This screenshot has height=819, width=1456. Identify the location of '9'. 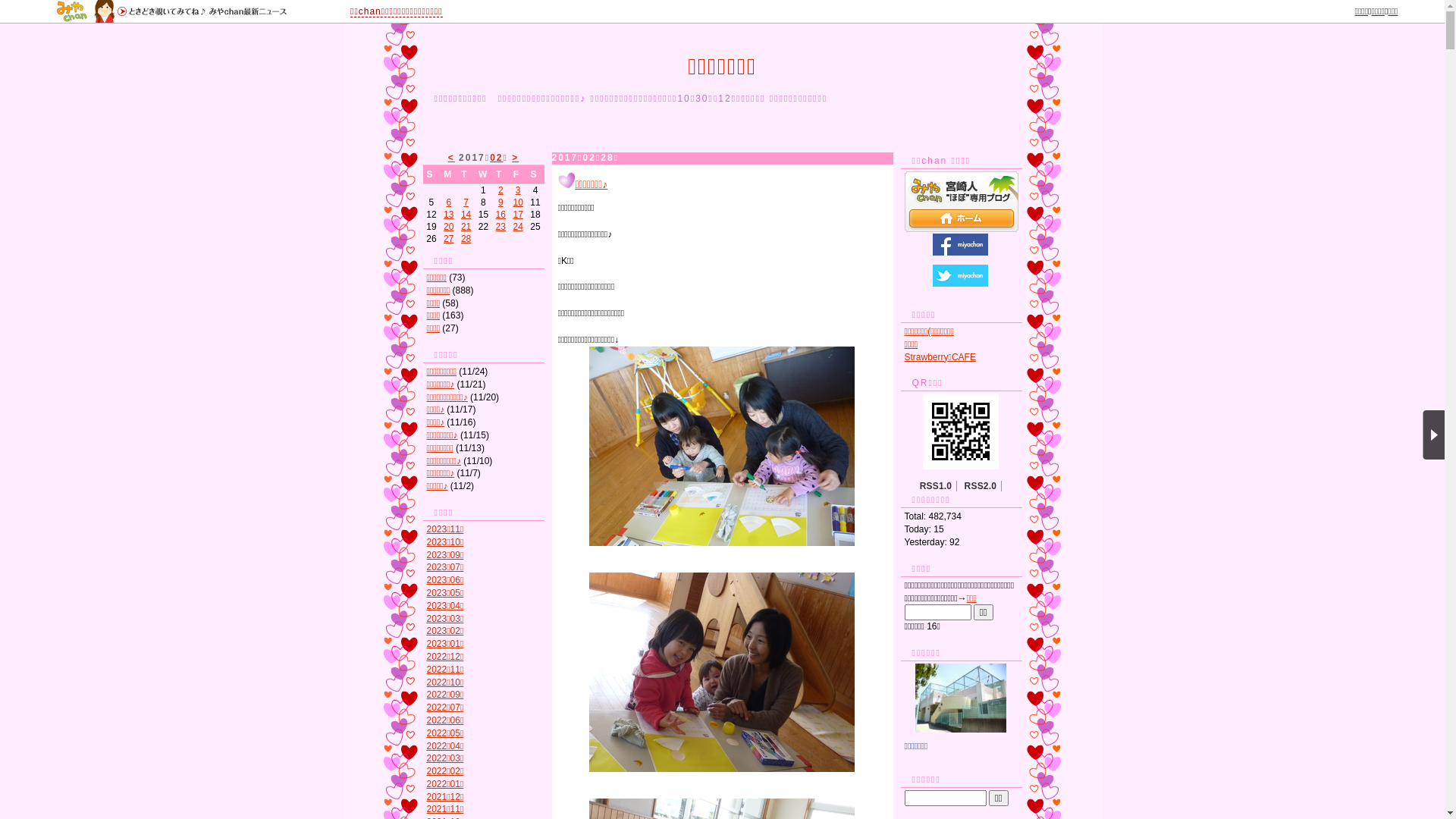
(500, 201).